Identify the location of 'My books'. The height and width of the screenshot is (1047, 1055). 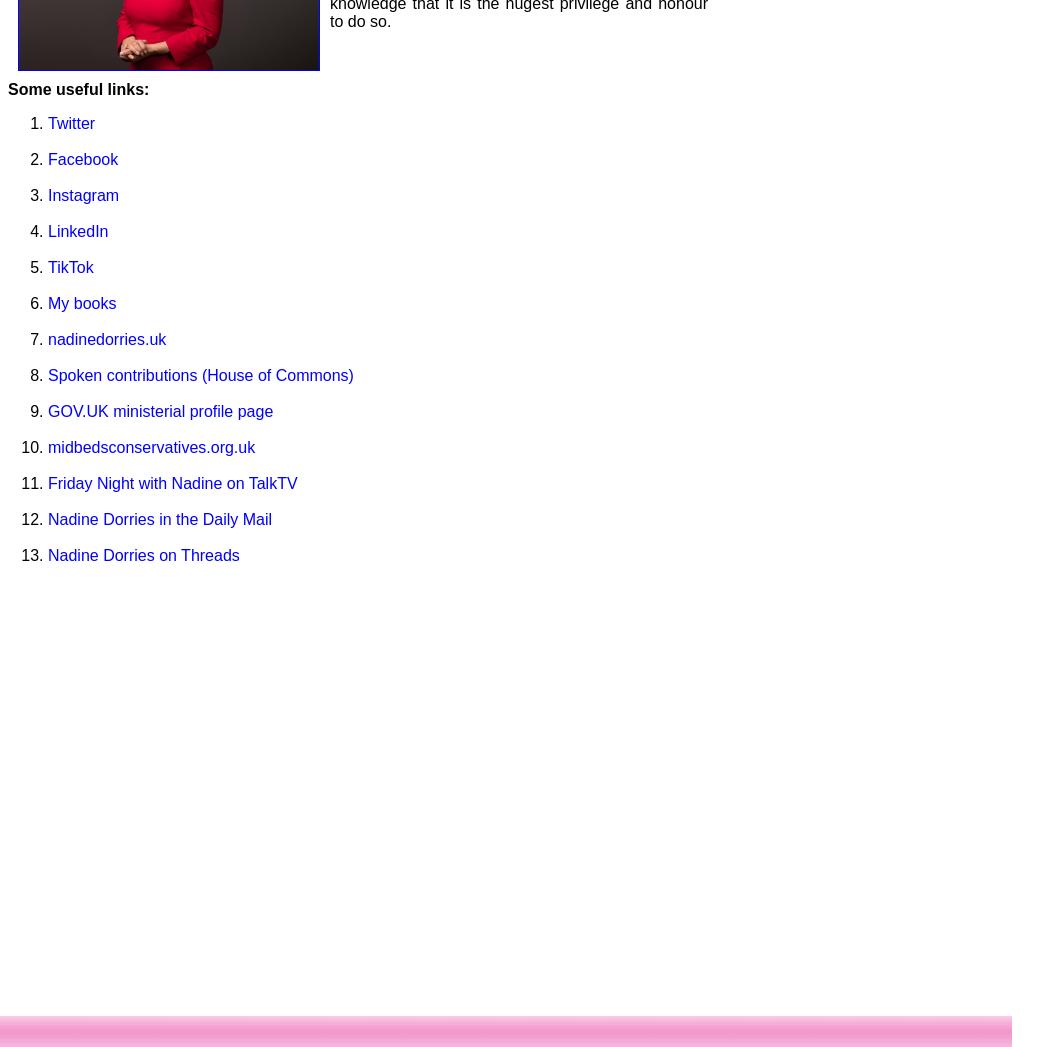
(80, 301).